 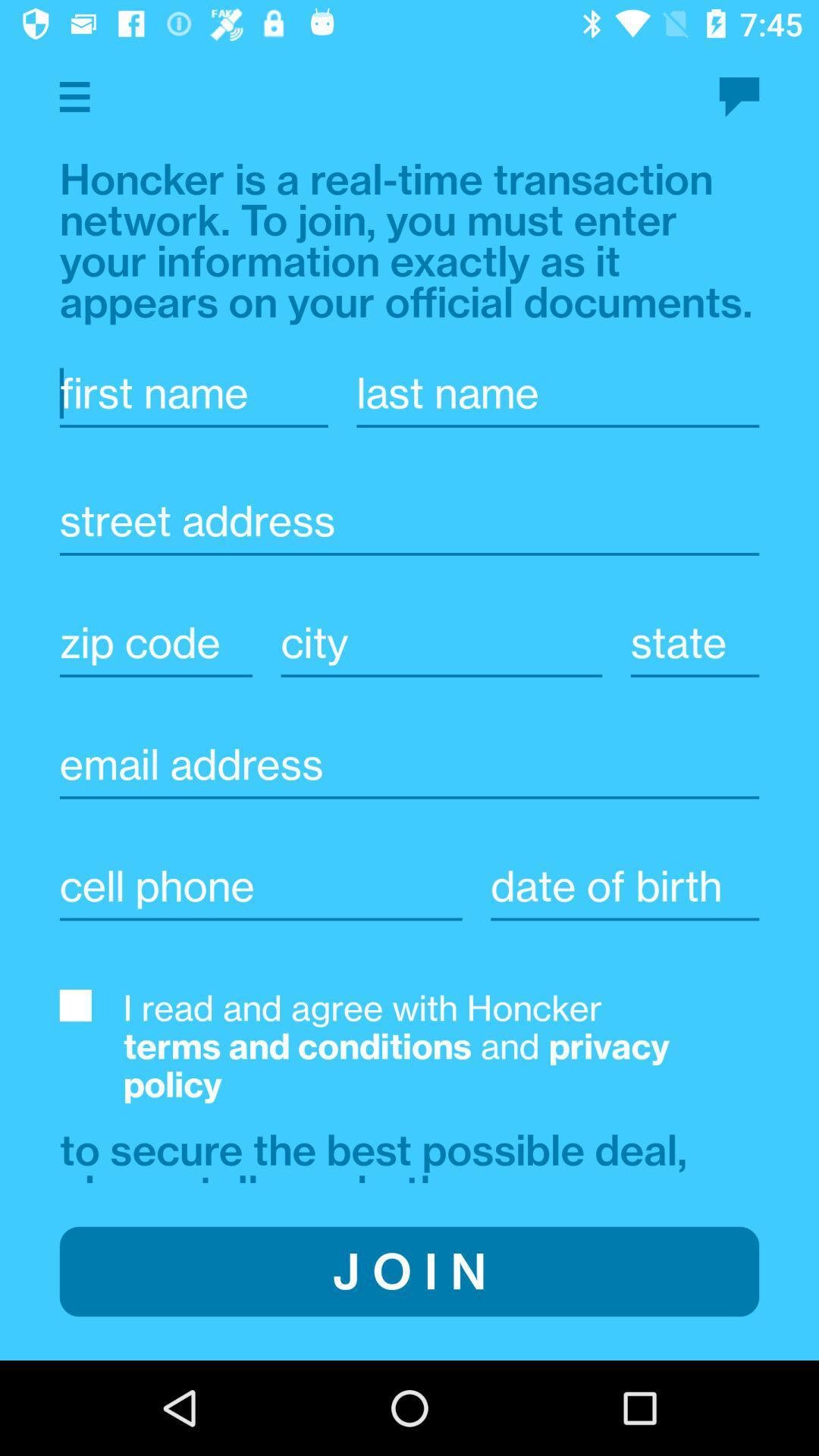 What do you see at coordinates (409, 521) in the screenshot?
I see `street address` at bounding box center [409, 521].